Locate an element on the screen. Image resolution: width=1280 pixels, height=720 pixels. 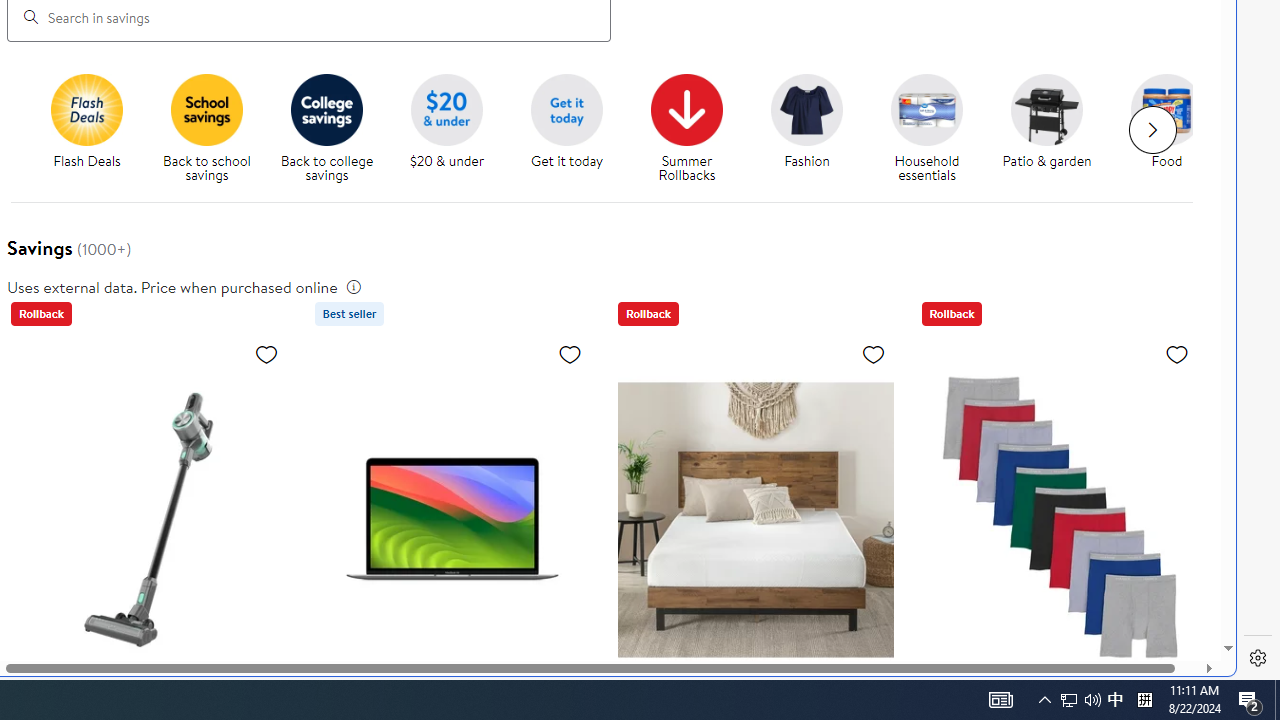
'Fashion' is located at coordinates (815, 129).